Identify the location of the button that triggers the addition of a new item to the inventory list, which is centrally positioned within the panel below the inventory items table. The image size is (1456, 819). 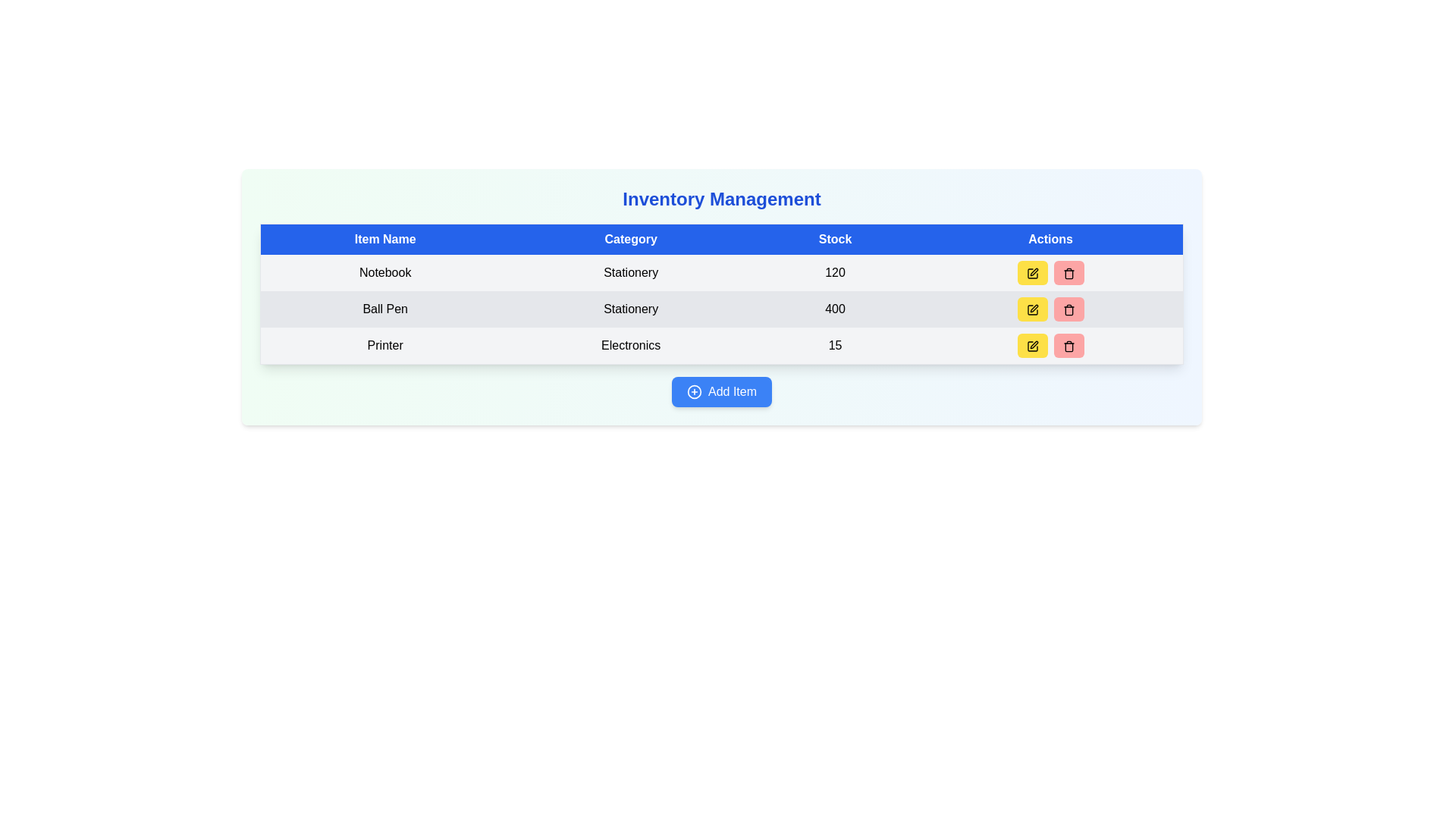
(720, 391).